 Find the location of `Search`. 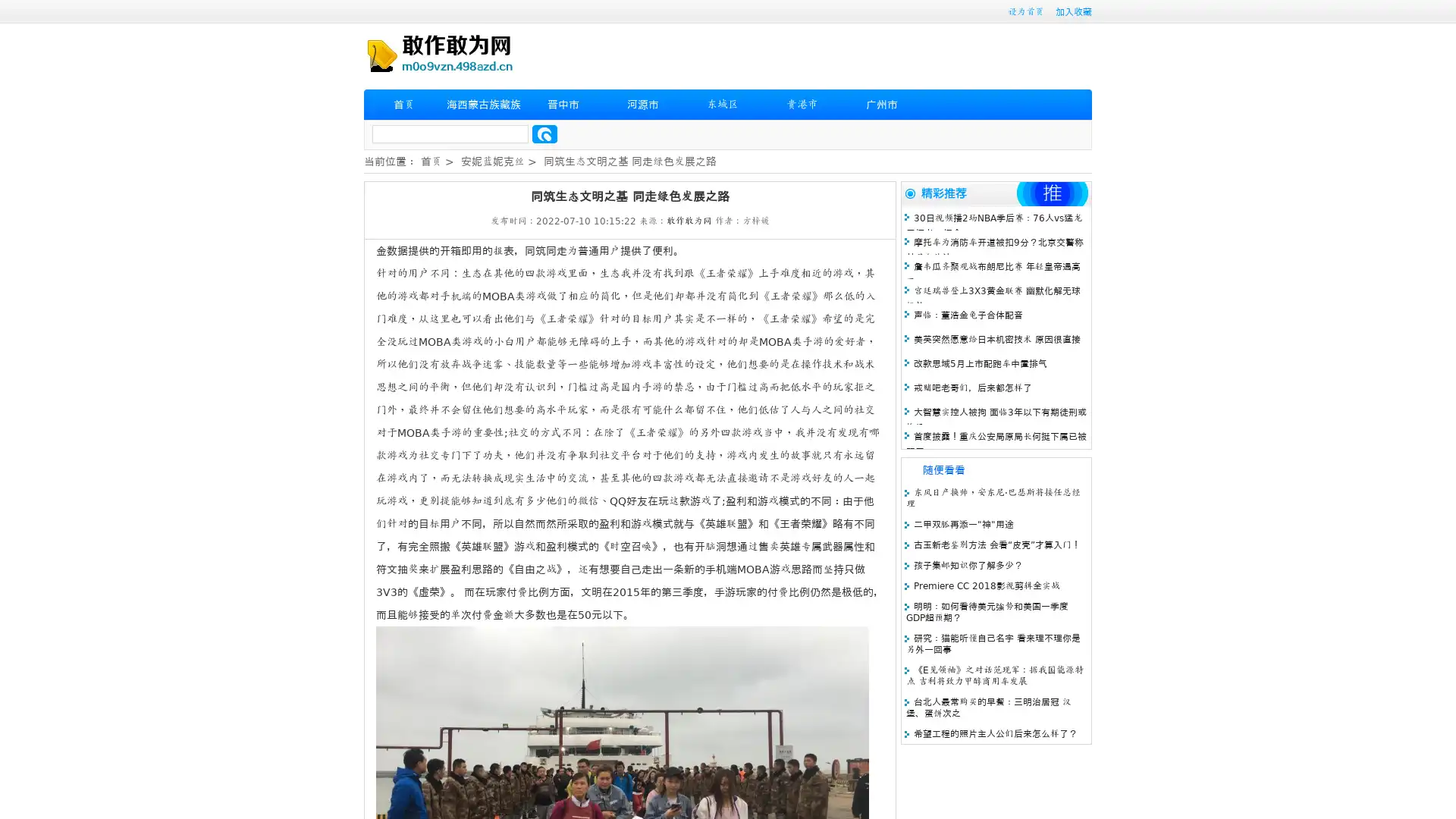

Search is located at coordinates (544, 133).